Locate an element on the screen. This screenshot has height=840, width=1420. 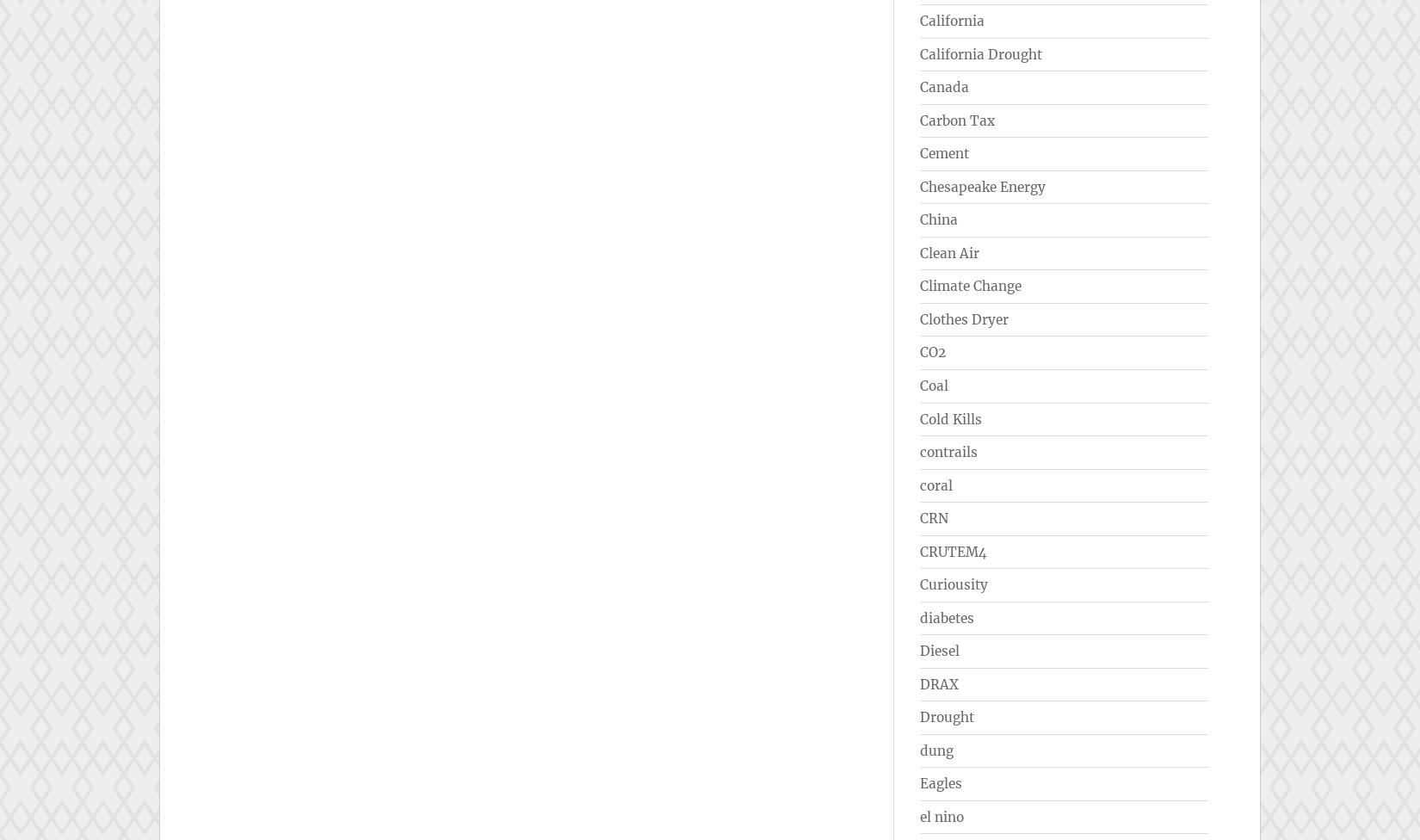
'diabetes' is located at coordinates (947, 616).